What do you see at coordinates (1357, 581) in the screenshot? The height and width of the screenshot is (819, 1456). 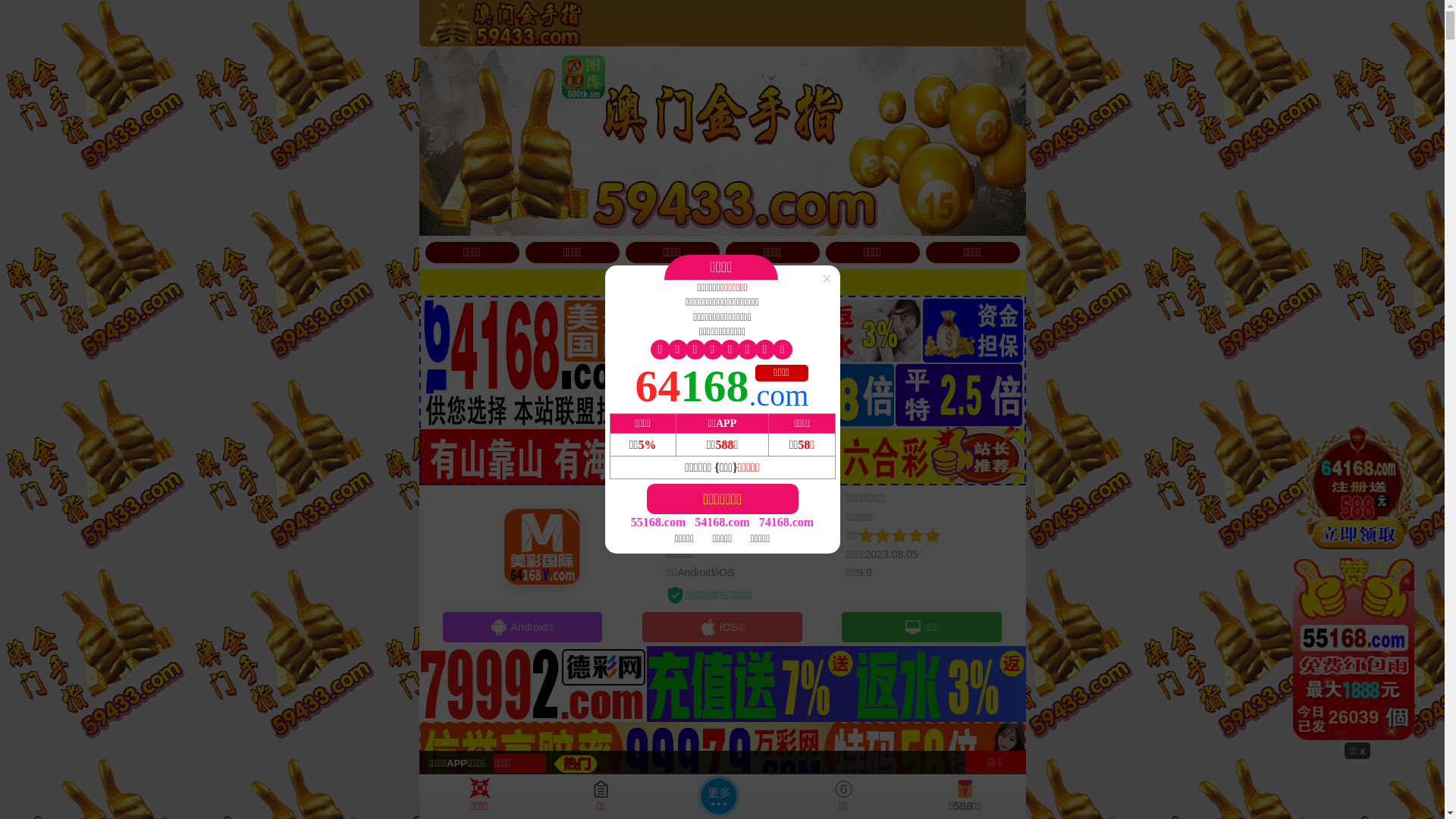 I see `'26377'` at bounding box center [1357, 581].